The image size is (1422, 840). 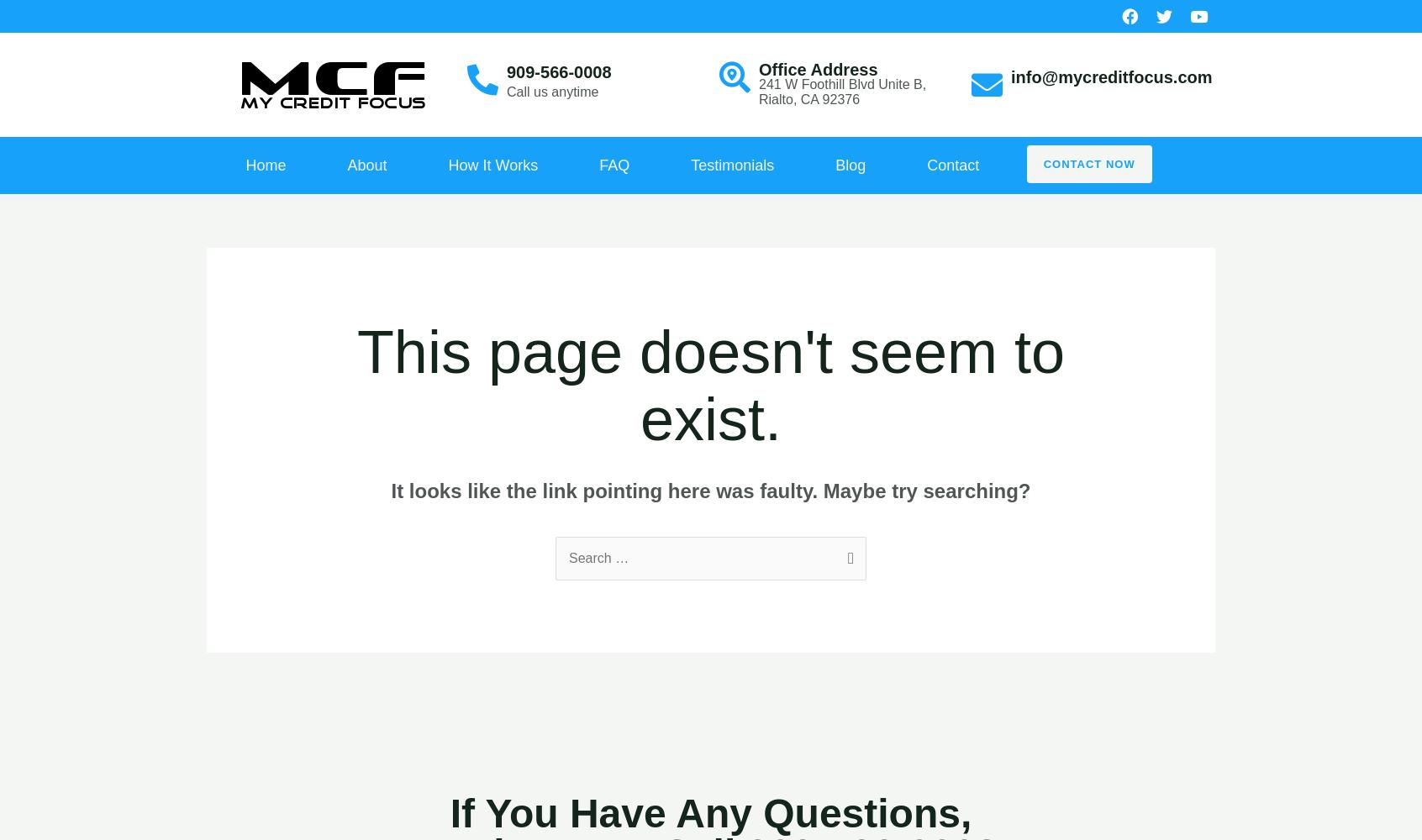 I want to click on 'How It Works', so click(x=492, y=165).